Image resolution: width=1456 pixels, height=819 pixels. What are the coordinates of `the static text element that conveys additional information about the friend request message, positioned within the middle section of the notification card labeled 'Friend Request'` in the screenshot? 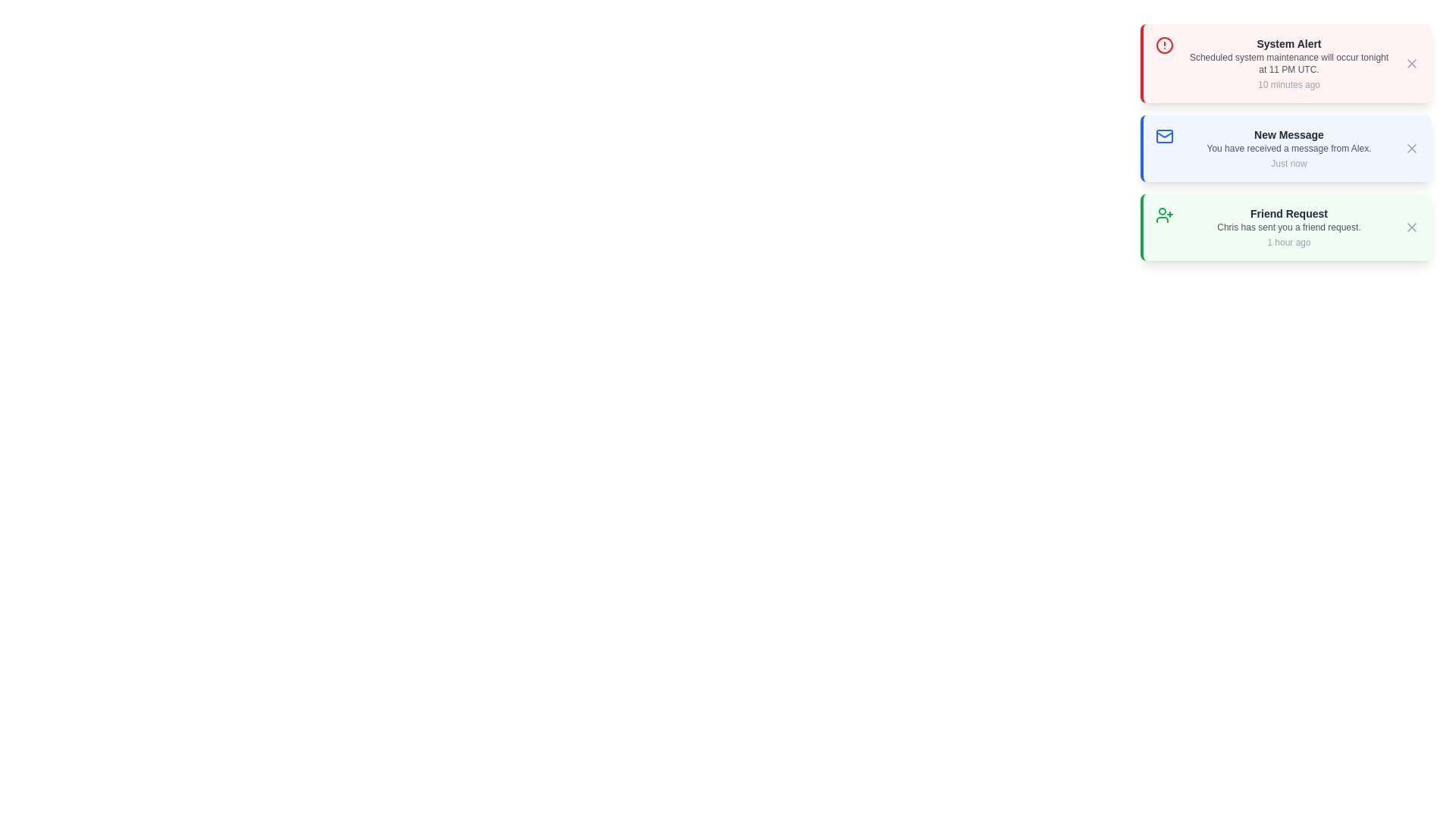 It's located at (1288, 227).